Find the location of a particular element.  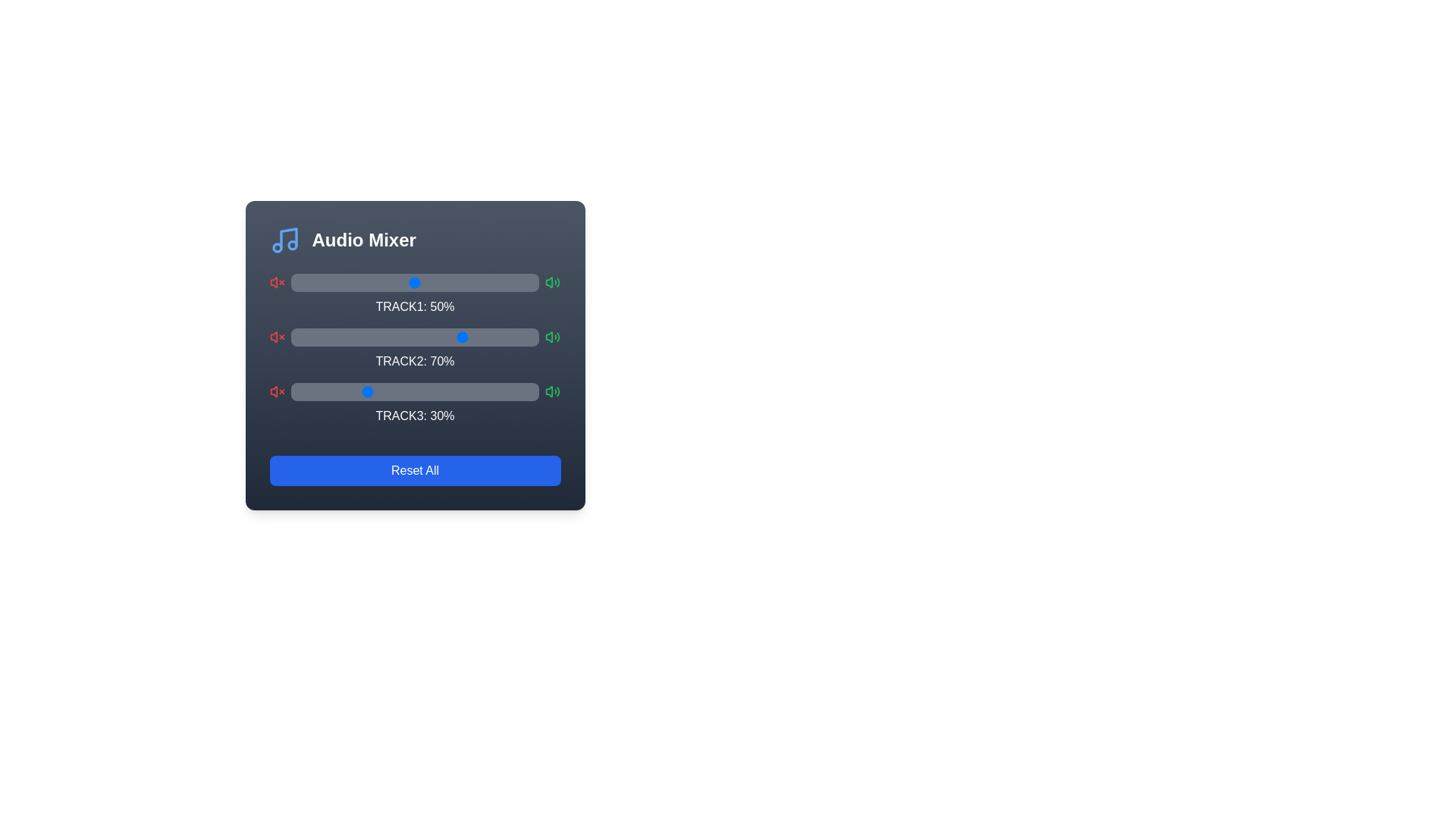

the text displaying the volume percentage for Track 3 is located at coordinates (415, 403).